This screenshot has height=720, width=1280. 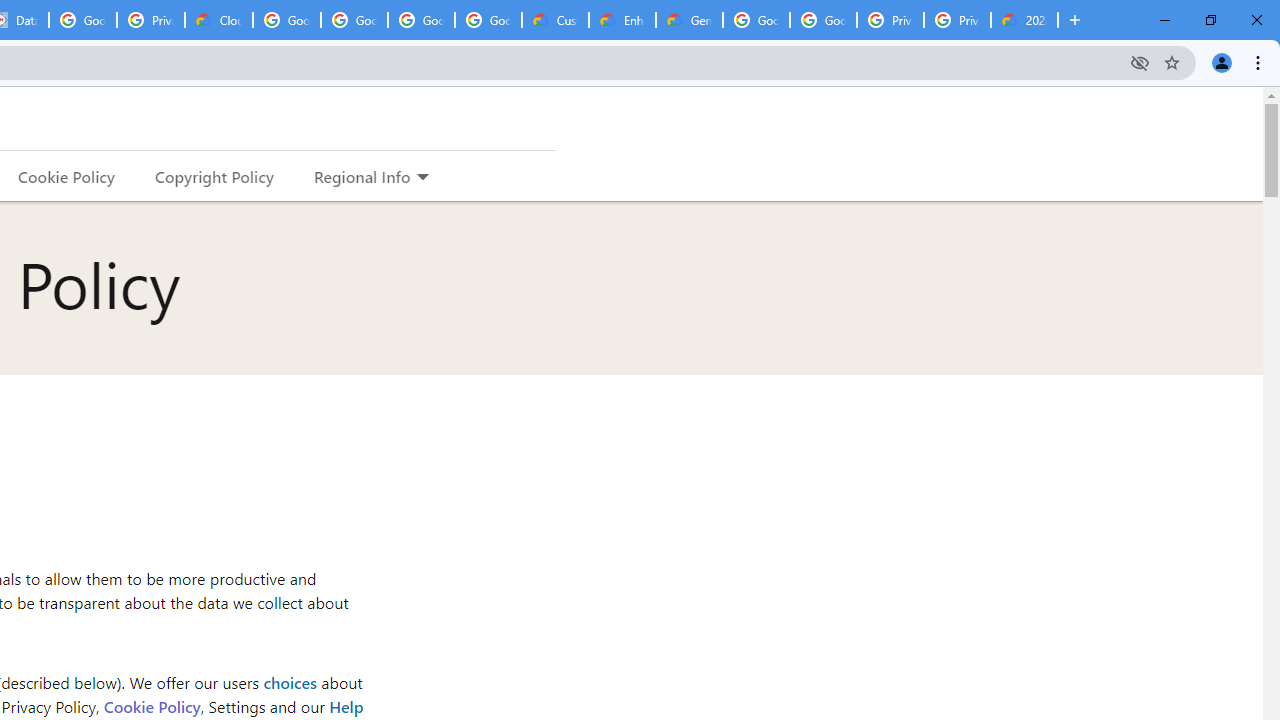 I want to click on 'Google Cloud Platform', so click(x=755, y=20).